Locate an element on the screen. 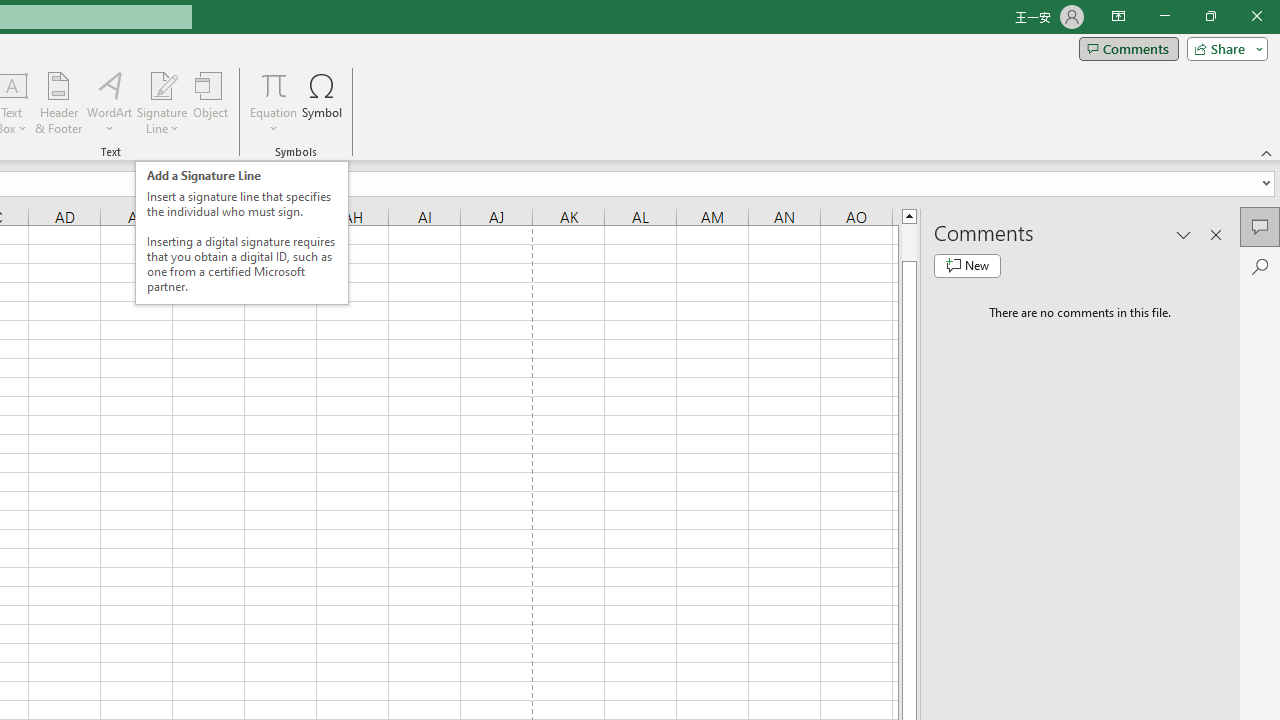  'Equation' is located at coordinates (272, 84).